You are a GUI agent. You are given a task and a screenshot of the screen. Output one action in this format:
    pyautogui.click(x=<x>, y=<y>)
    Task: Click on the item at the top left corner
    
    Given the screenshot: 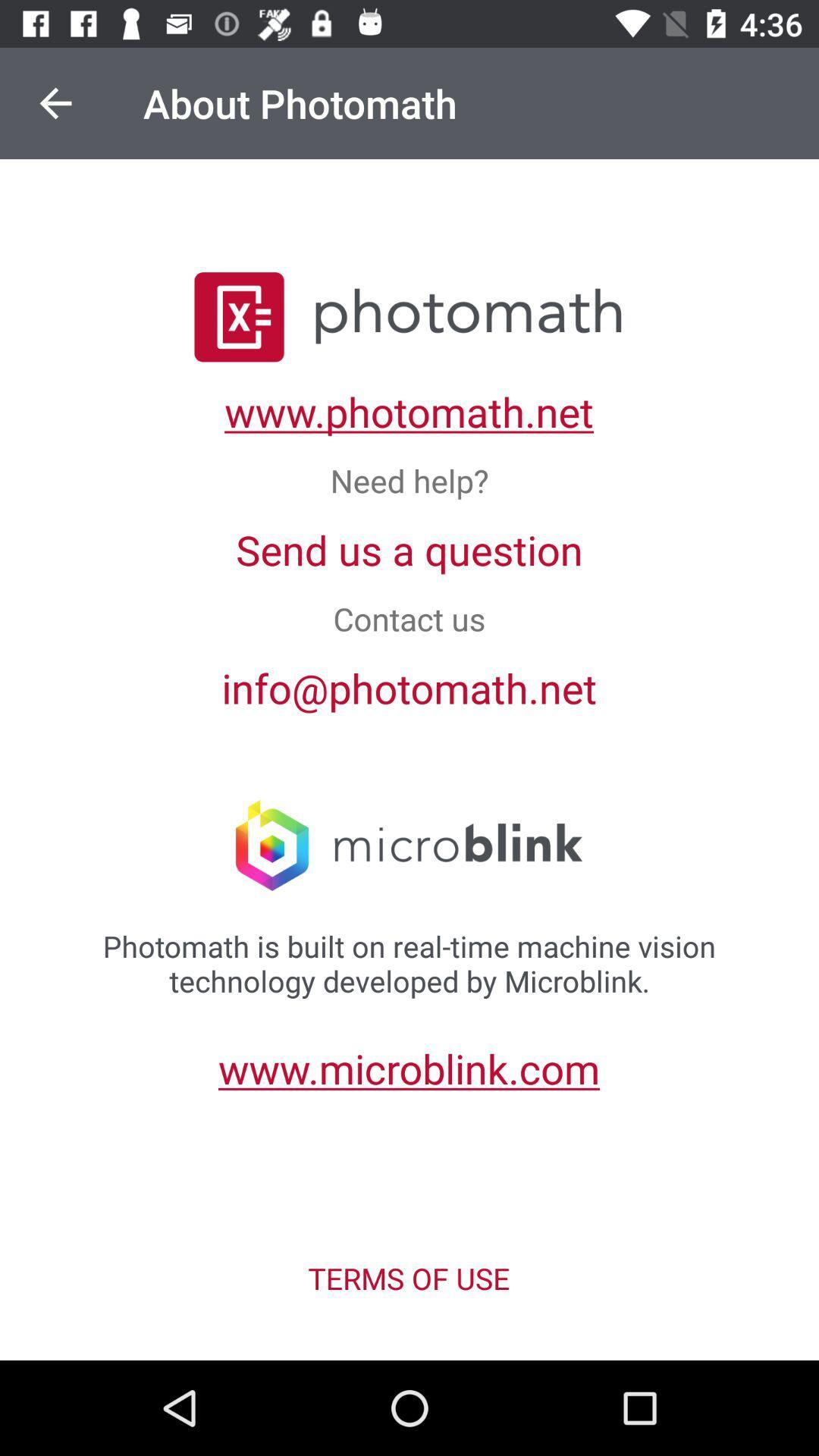 What is the action you would take?
    pyautogui.click(x=55, y=102)
    